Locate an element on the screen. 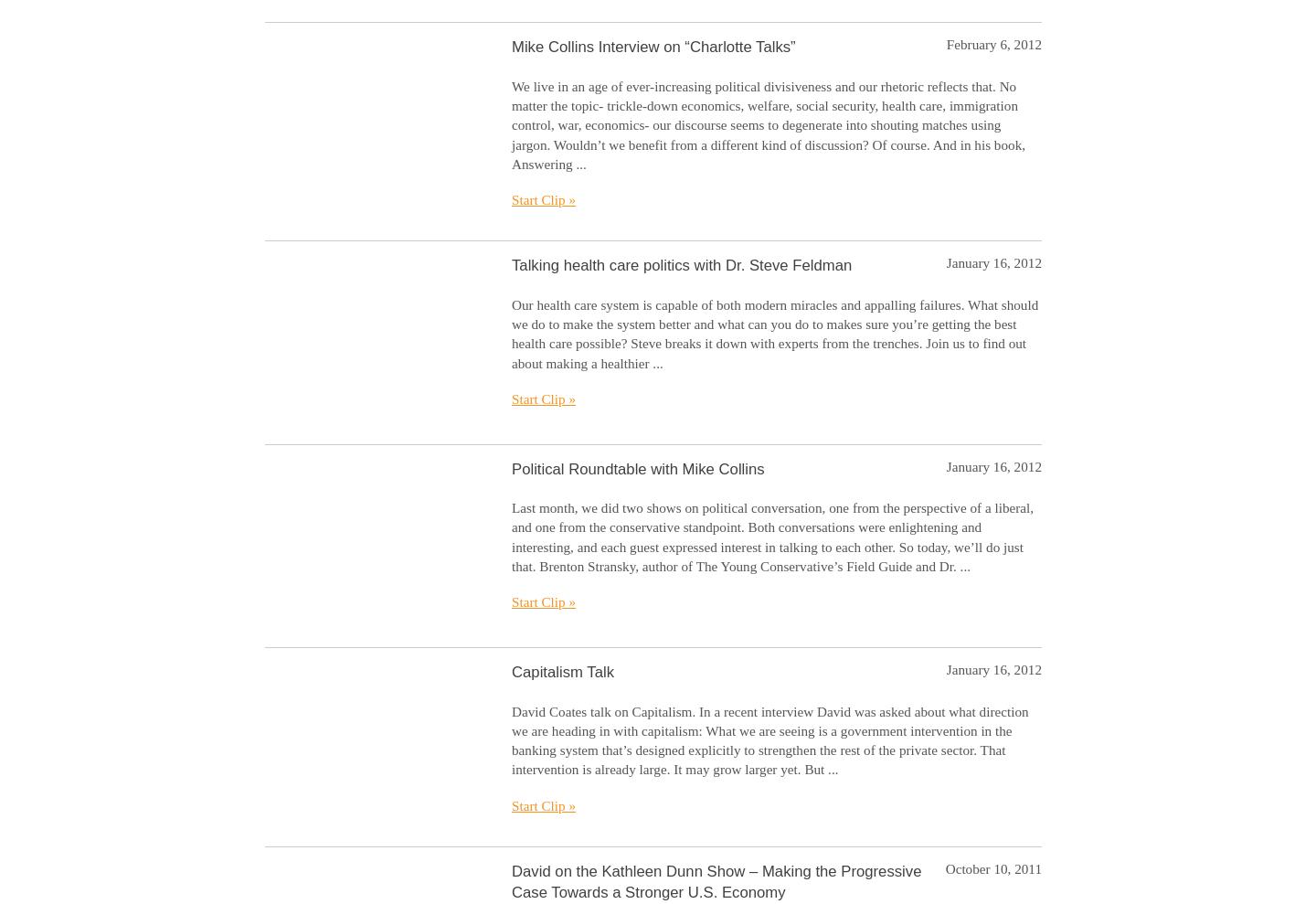 This screenshot has width=1316, height=904. 'David Coates talk on Capitalism. In a recent interview David was asked about what direction we are heading in with capitalism: What we are seeing is a government intervention in the banking system that’s designed explicitly to strengthen the rest of the private sector. That intervention is already large. It may grow larger yet. But ...' is located at coordinates (769, 739).